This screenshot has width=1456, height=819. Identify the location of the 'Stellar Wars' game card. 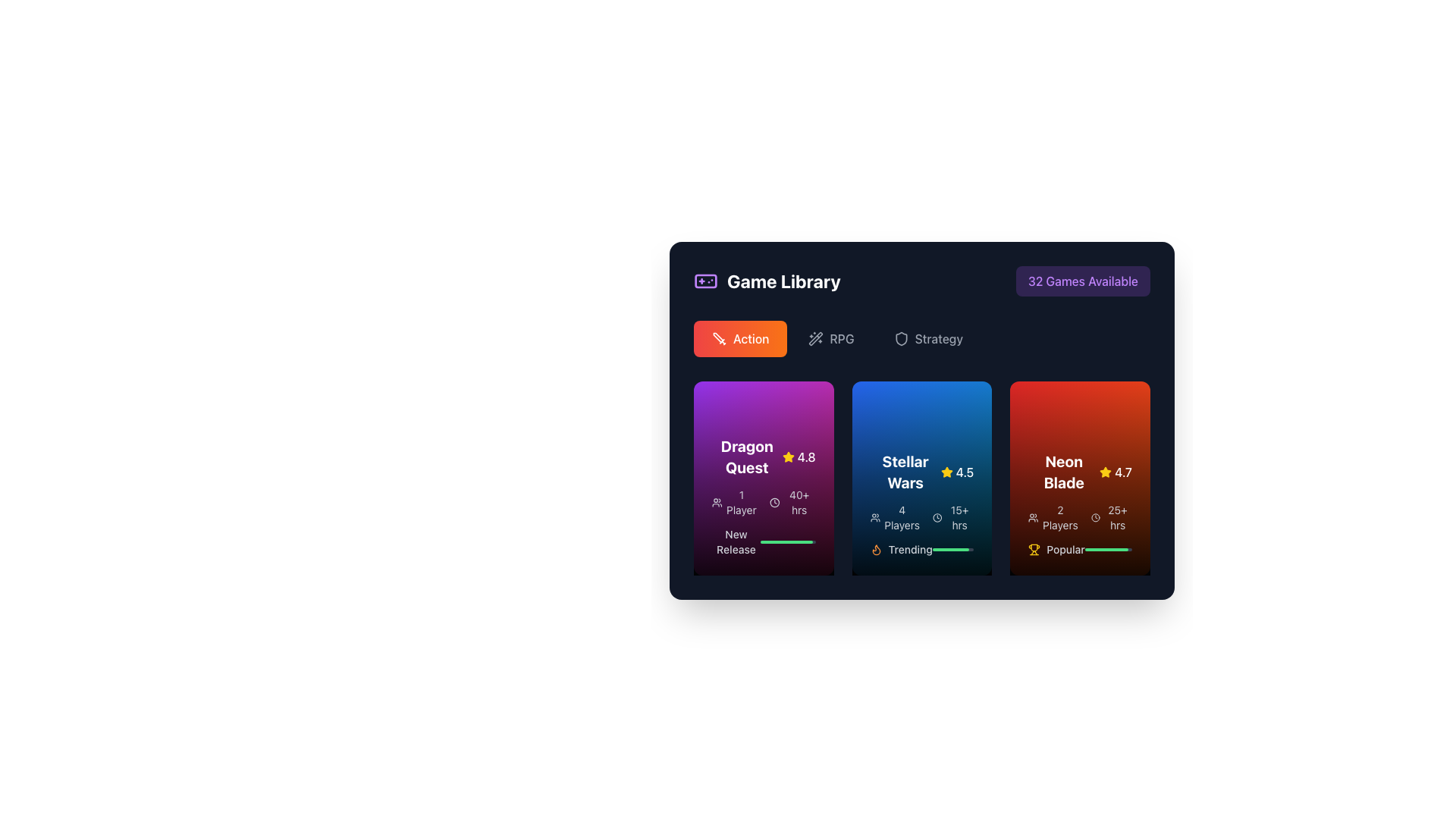
(921, 479).